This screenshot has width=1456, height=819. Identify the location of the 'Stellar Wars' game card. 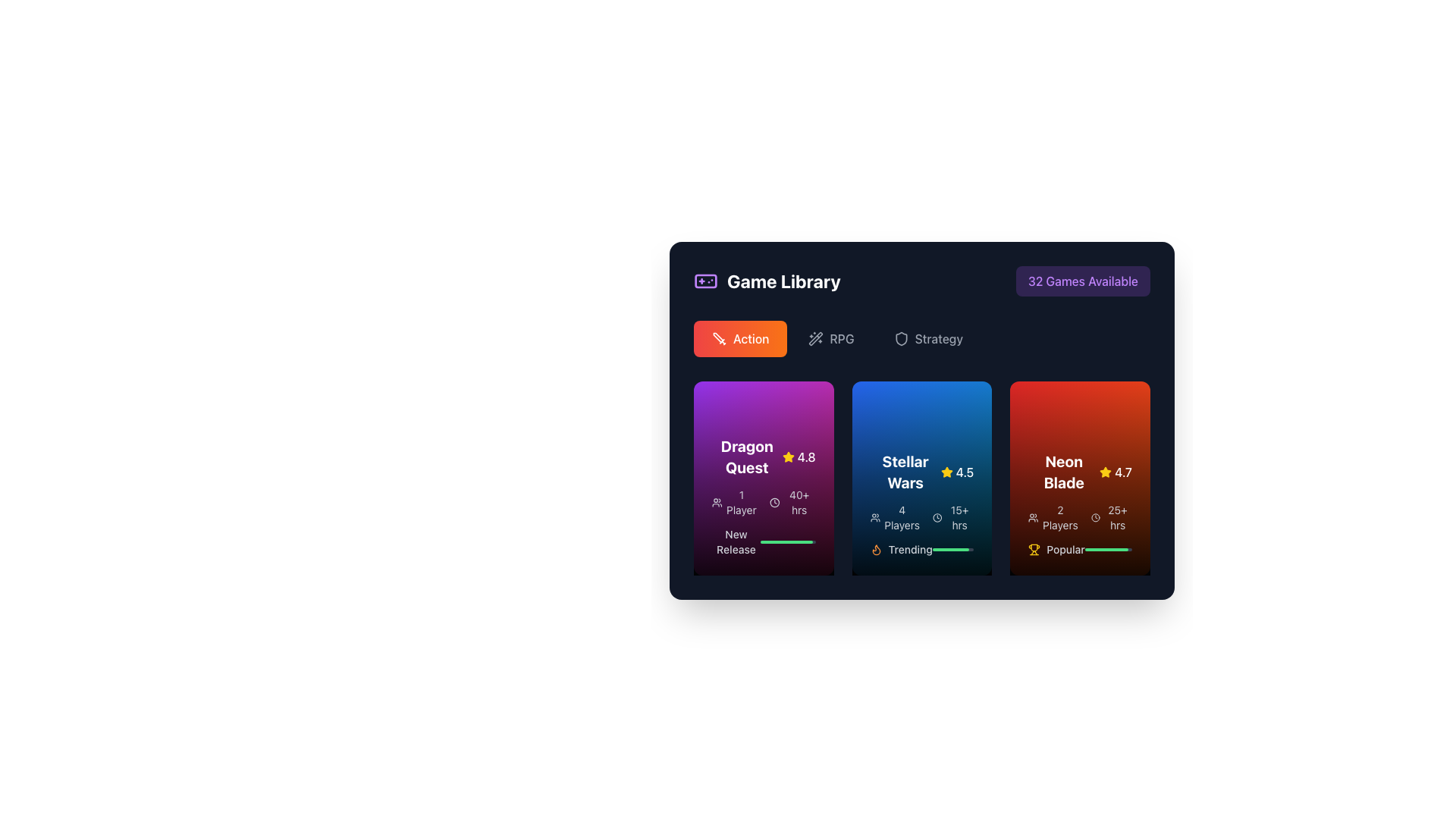
(921, 479).